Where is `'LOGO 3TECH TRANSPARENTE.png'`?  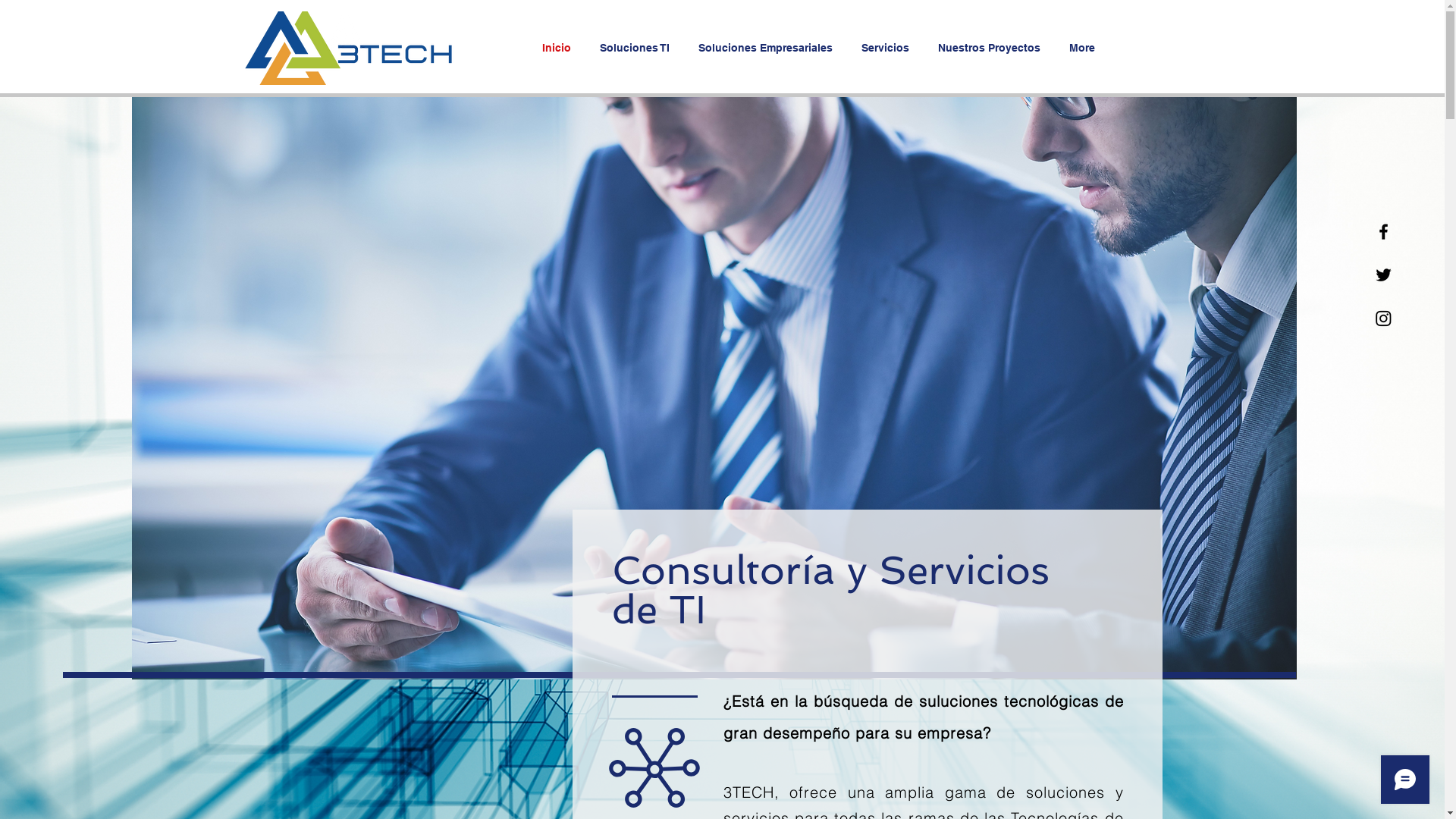 'LOGO 3TECH TRANSPARENTE.png' is located at coordinates (344, 47).